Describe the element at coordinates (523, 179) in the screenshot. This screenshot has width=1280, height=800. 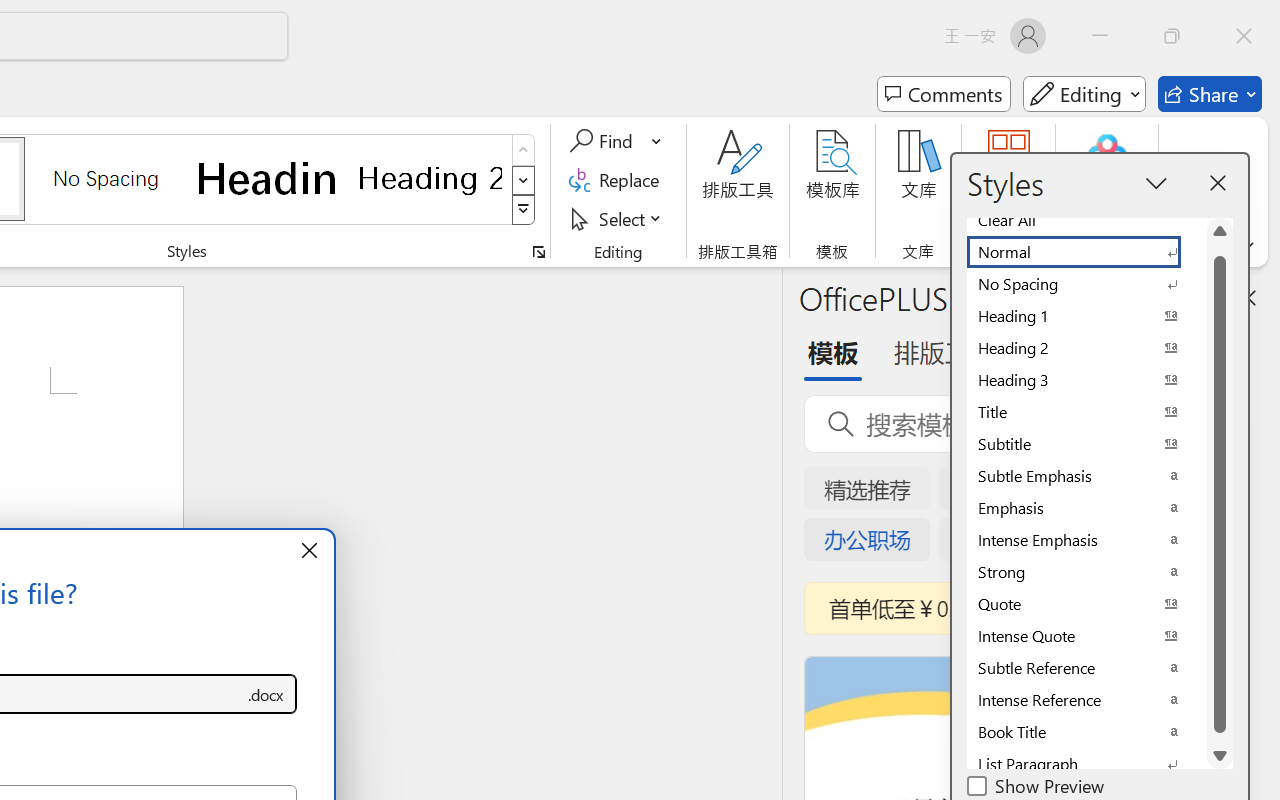
I see `'Row Down'` at that location.